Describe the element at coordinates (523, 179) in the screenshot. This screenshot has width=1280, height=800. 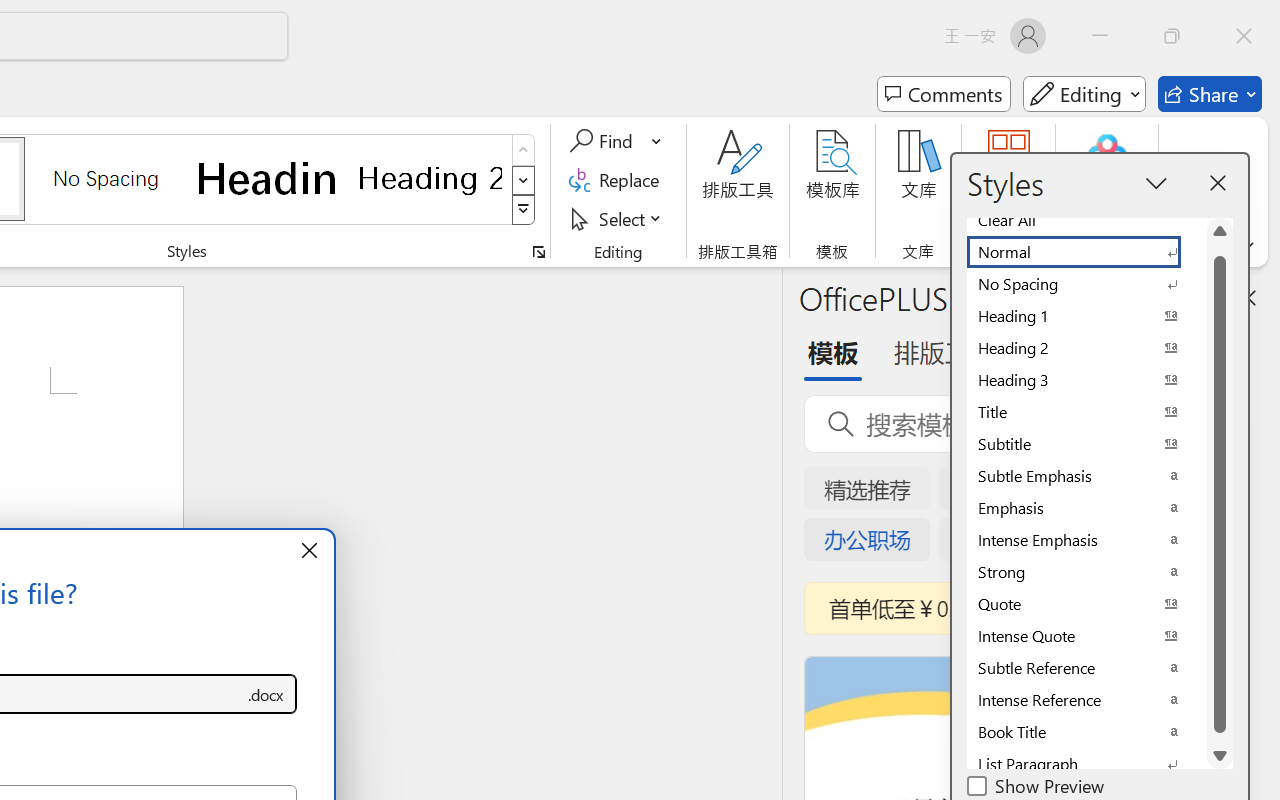
I see `'Row Down'` at that location.